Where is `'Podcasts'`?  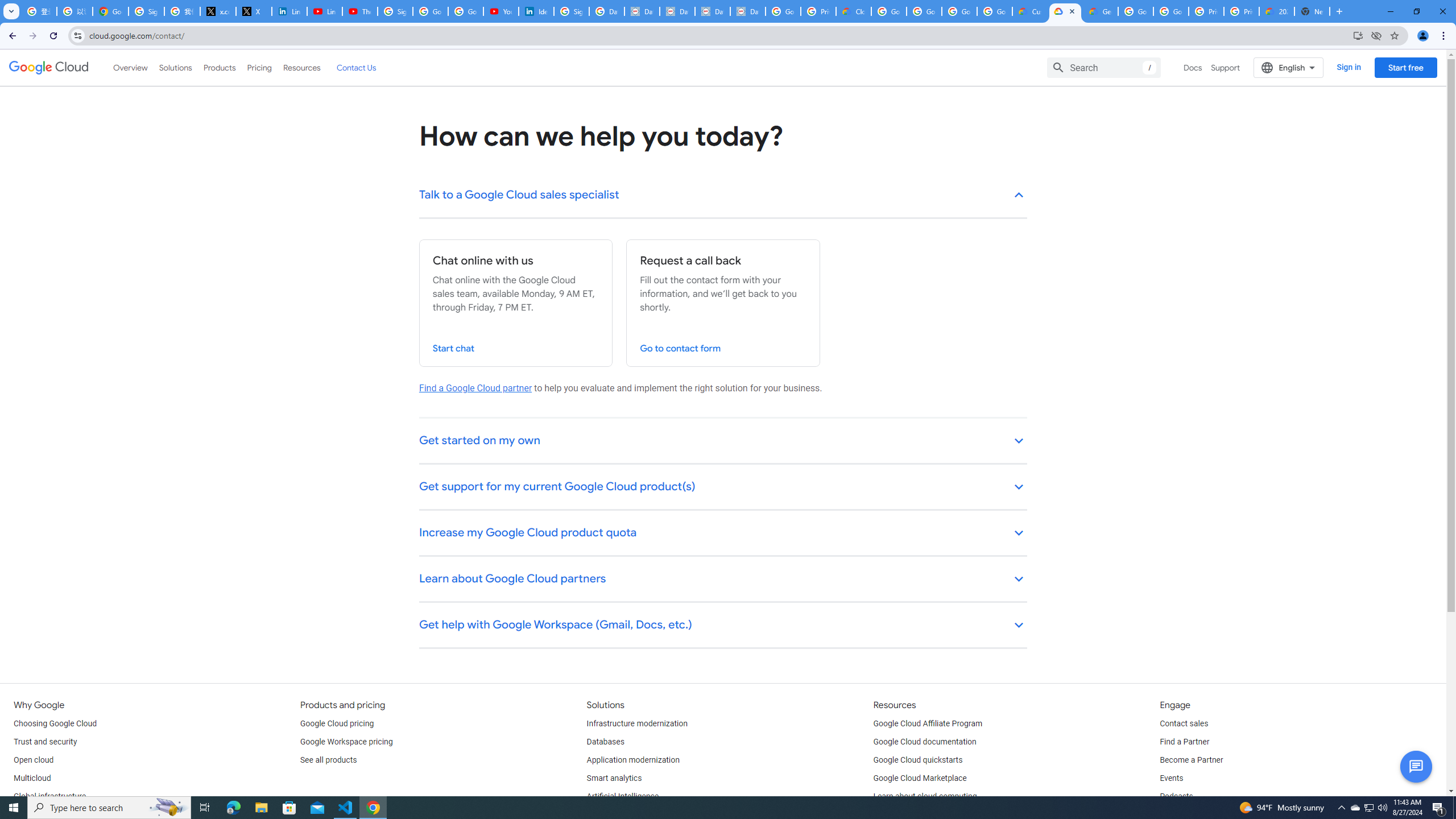 'Podcasts' is located at coordinates (1176, 797).